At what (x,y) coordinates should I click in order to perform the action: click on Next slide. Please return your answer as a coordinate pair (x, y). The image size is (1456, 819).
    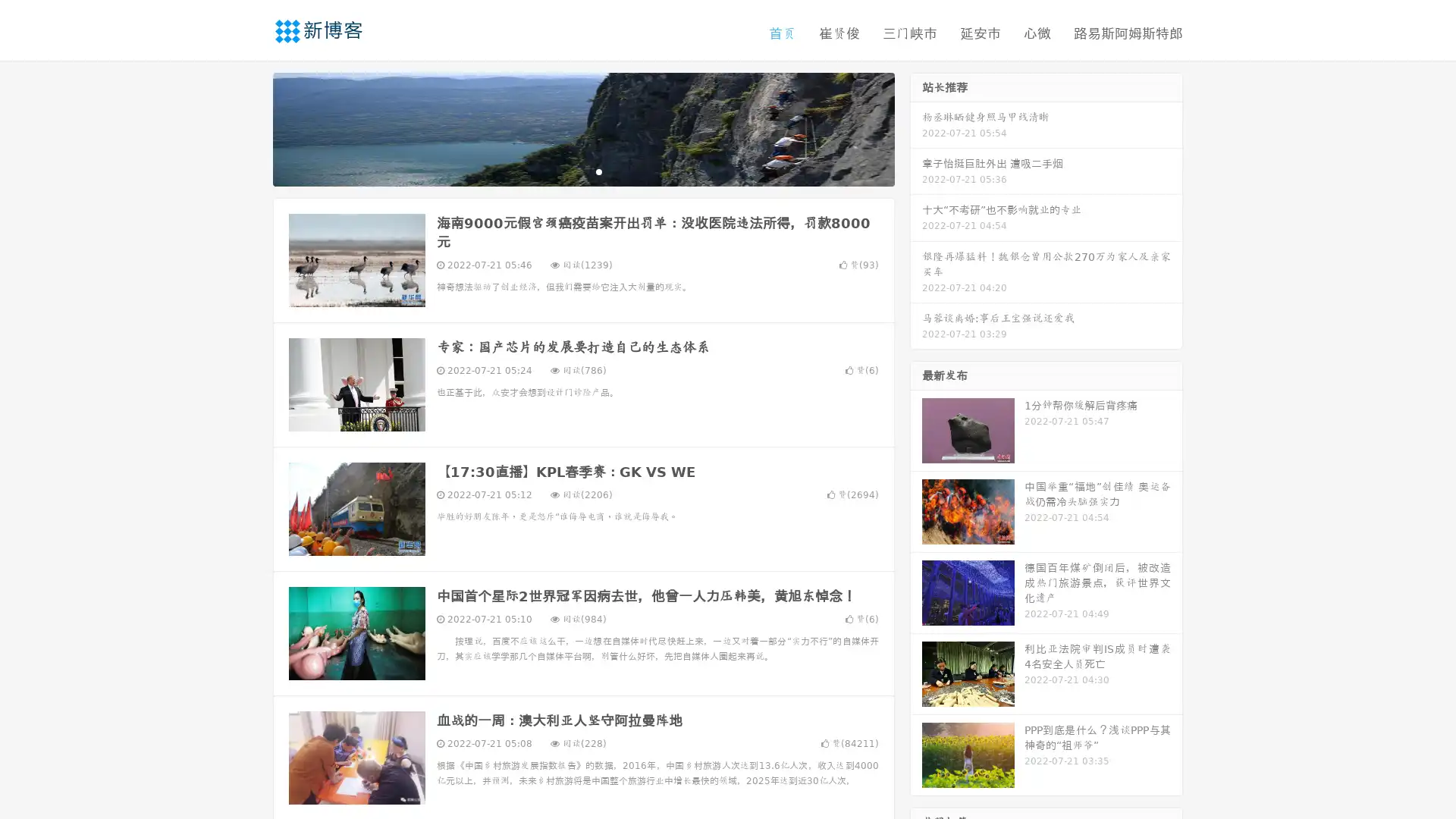
    Looking at the image, I should click on (916, 127).